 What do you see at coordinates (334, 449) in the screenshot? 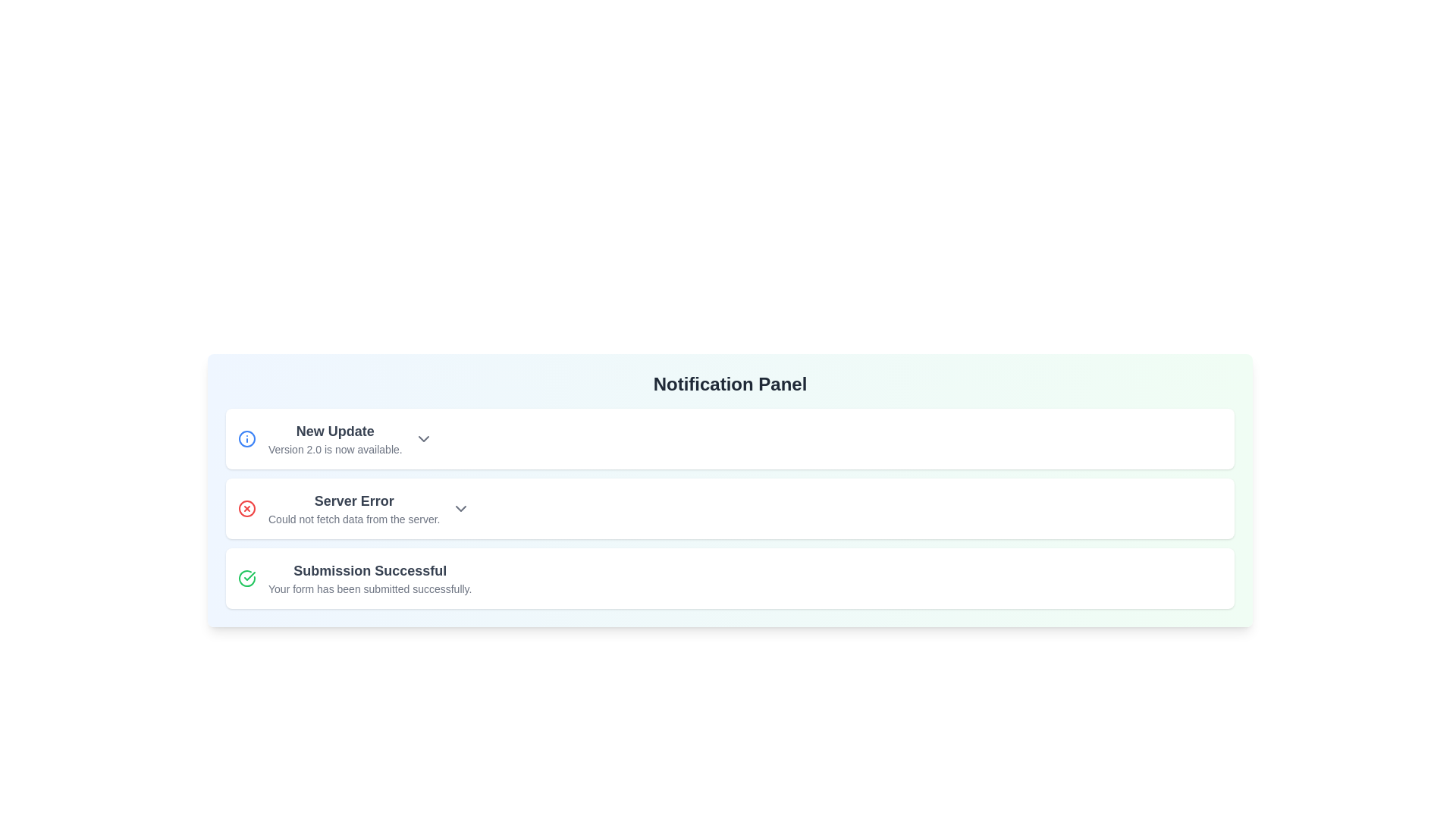
I see `the text description element that displays 'Version 2.0 is now available.' which is located directly below the 'New Update' header` at bounding box center [334, 449].